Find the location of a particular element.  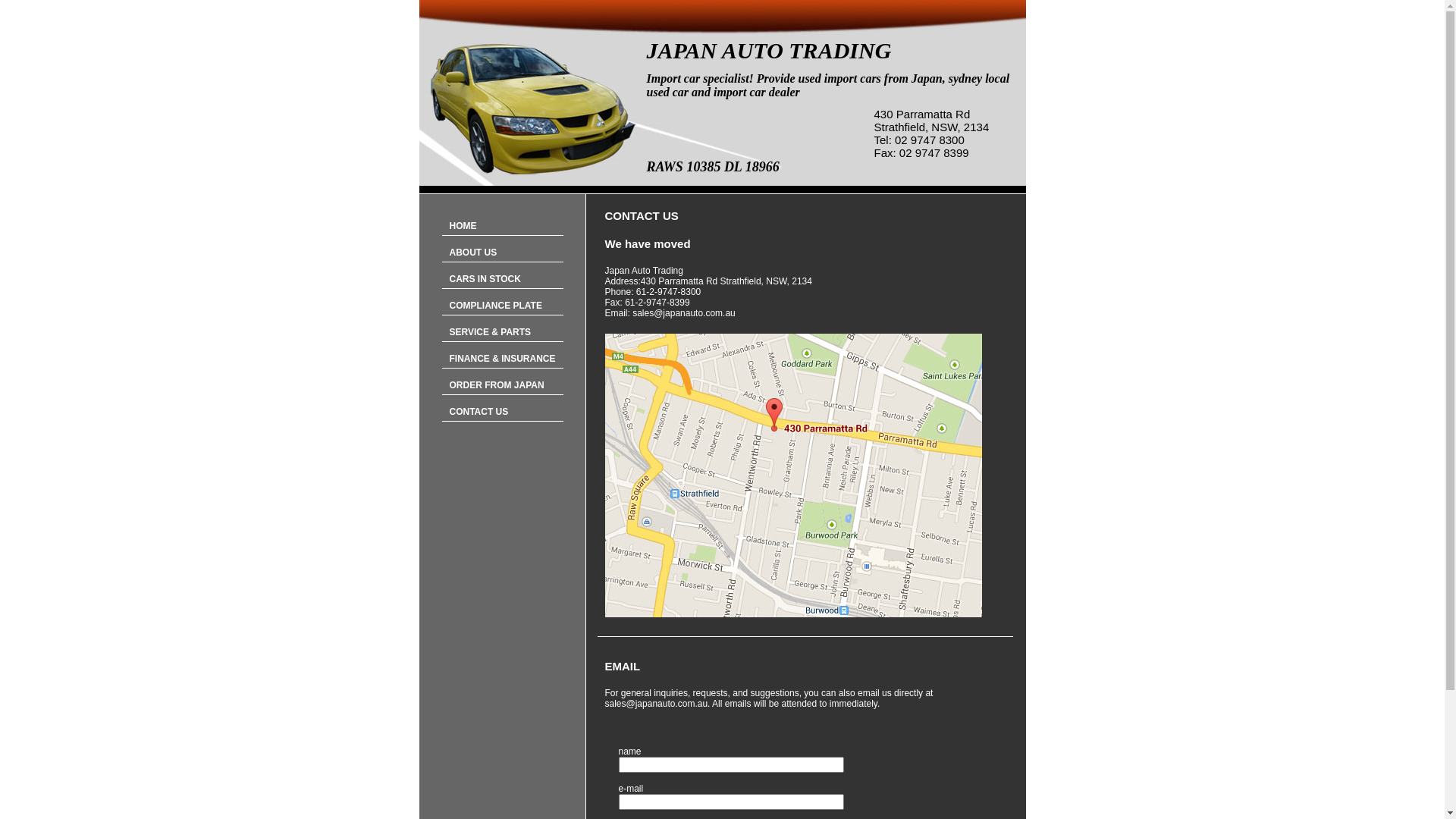

'HOME' is located at coordinates (502, 226).